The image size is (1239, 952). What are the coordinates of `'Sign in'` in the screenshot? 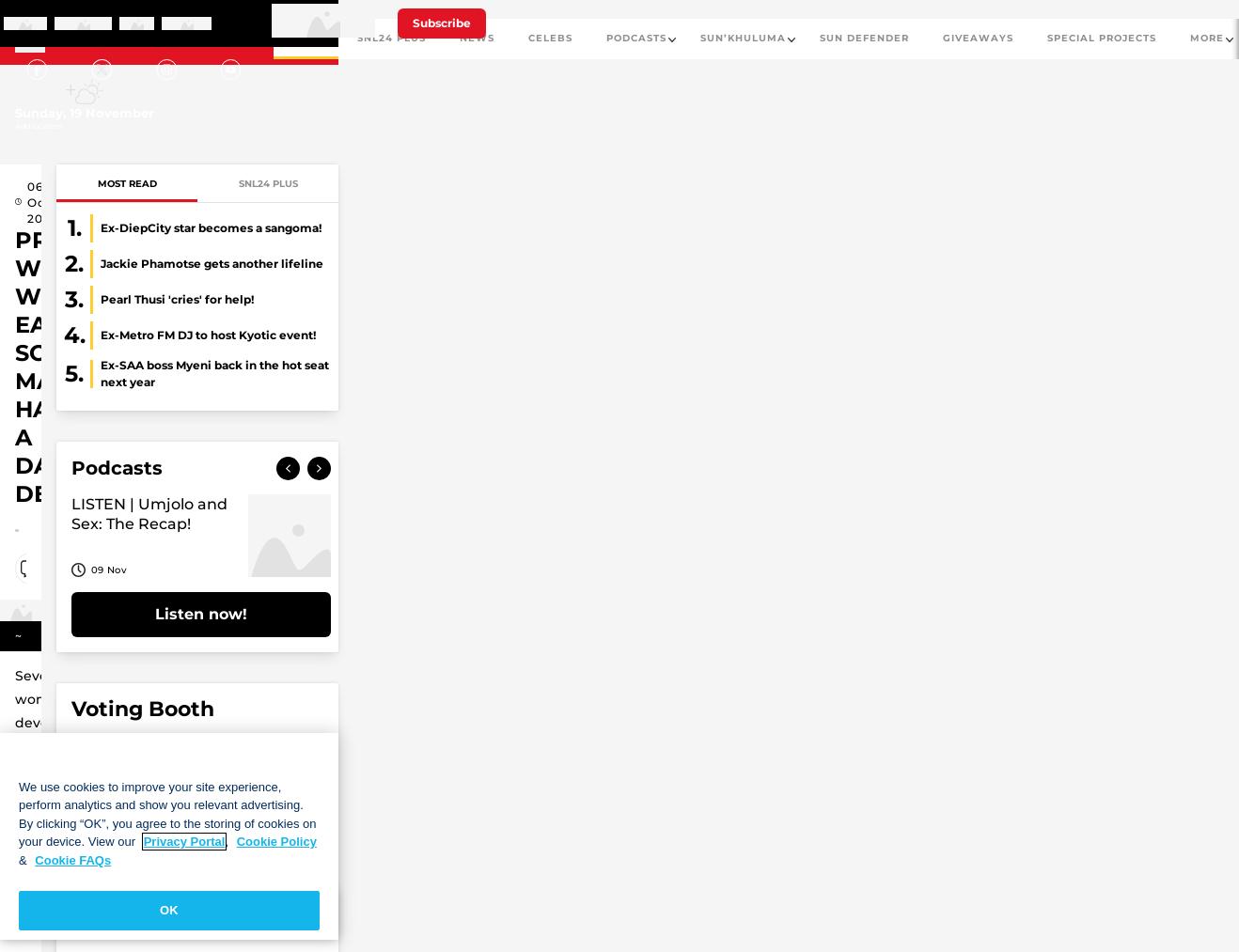 It's located at (509, 21).